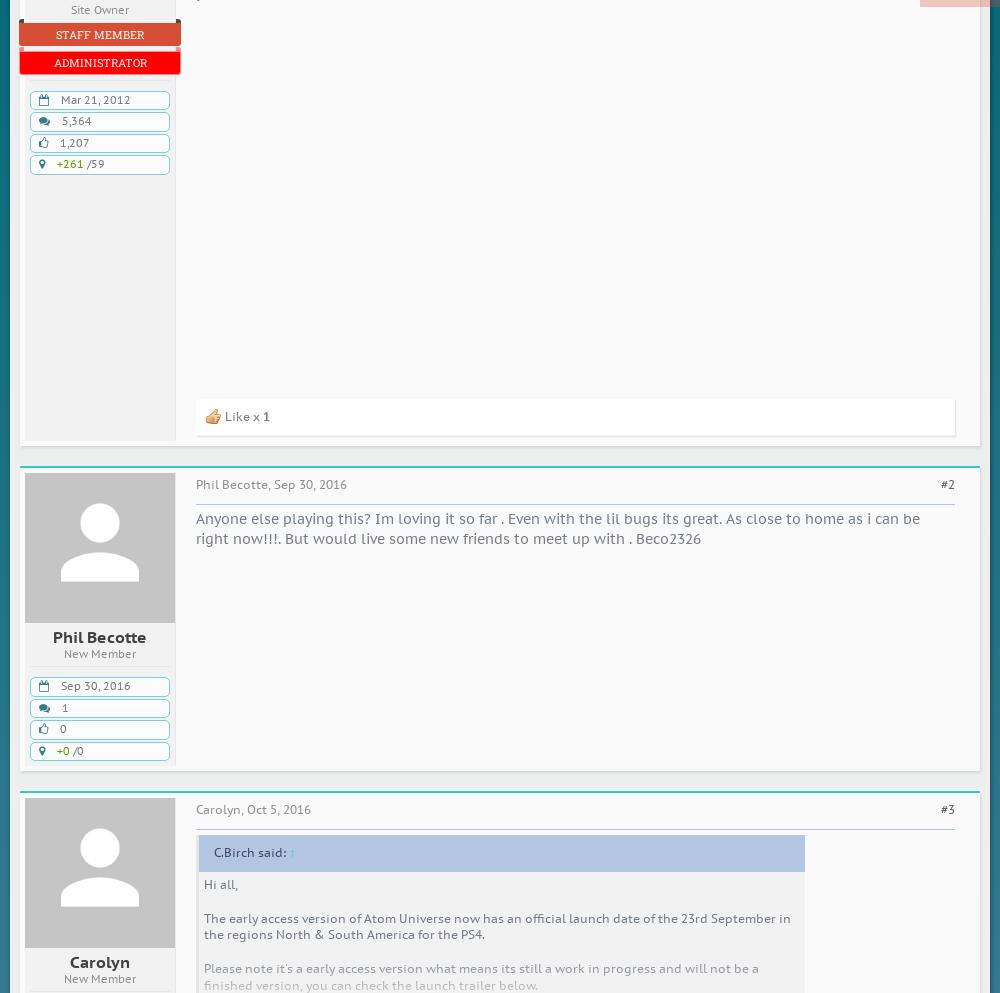 This screenshot has height=993, width=1000. I want to click on 'Administrator', so click(98, 62).